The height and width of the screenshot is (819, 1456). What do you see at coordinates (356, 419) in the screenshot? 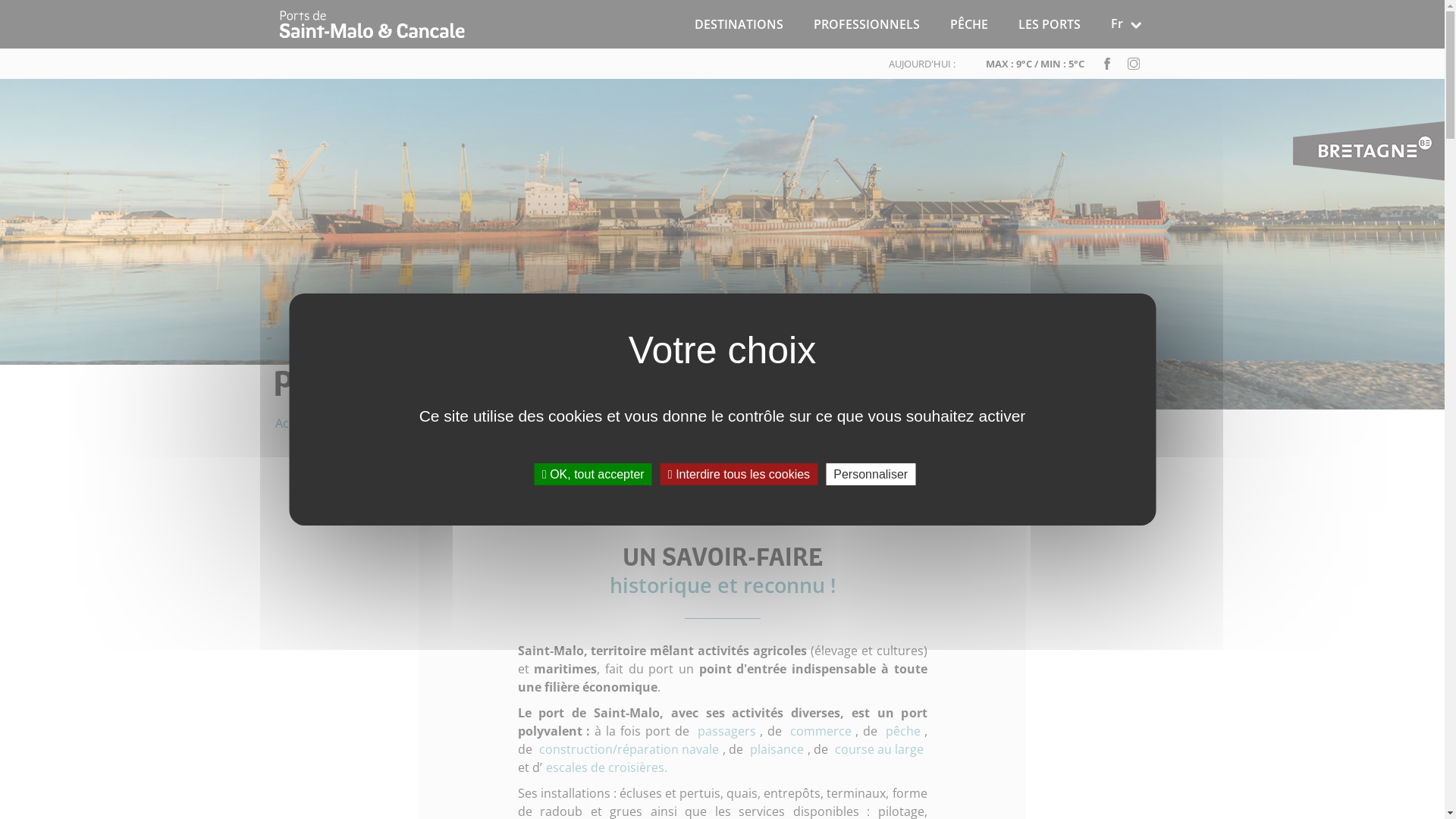
I see `'Les Ports'` at bounding box center [356, 419].